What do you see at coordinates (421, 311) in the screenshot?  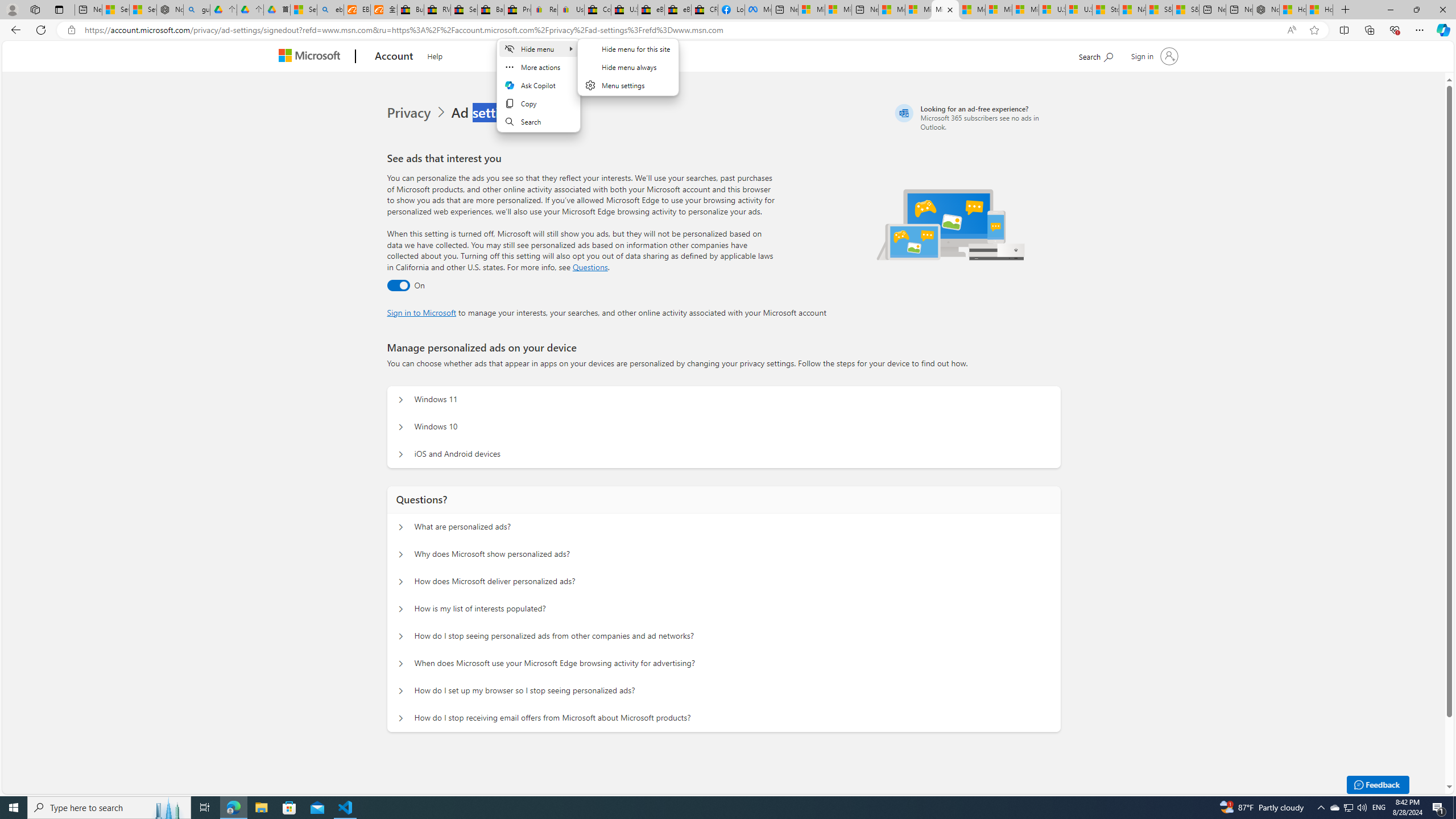 I see `'Sign in to Microsoft'` at bounding box center [421, 311].